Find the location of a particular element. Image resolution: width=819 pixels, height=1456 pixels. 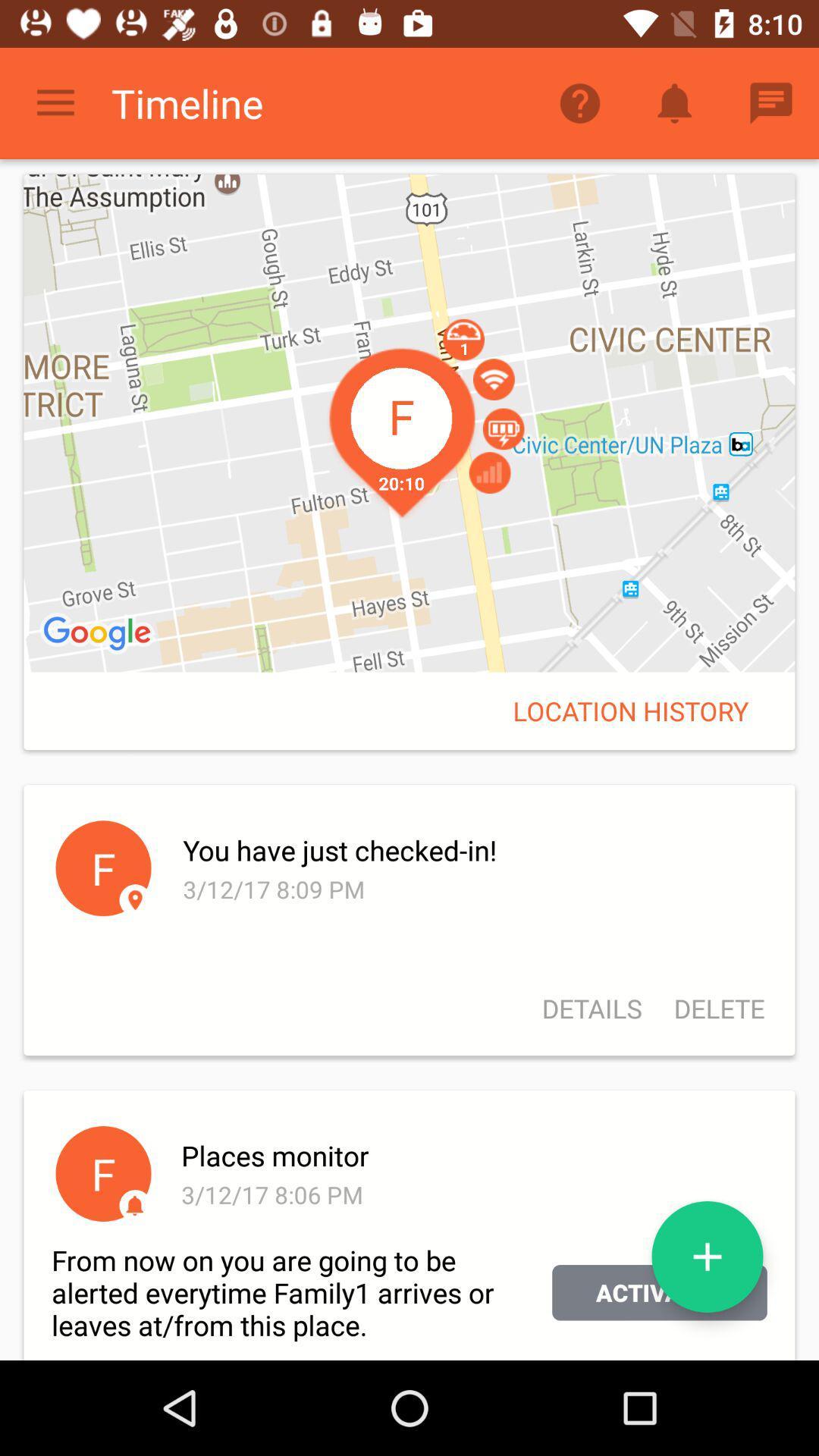

icon below the details icon is located at coordinates (471, 1154).